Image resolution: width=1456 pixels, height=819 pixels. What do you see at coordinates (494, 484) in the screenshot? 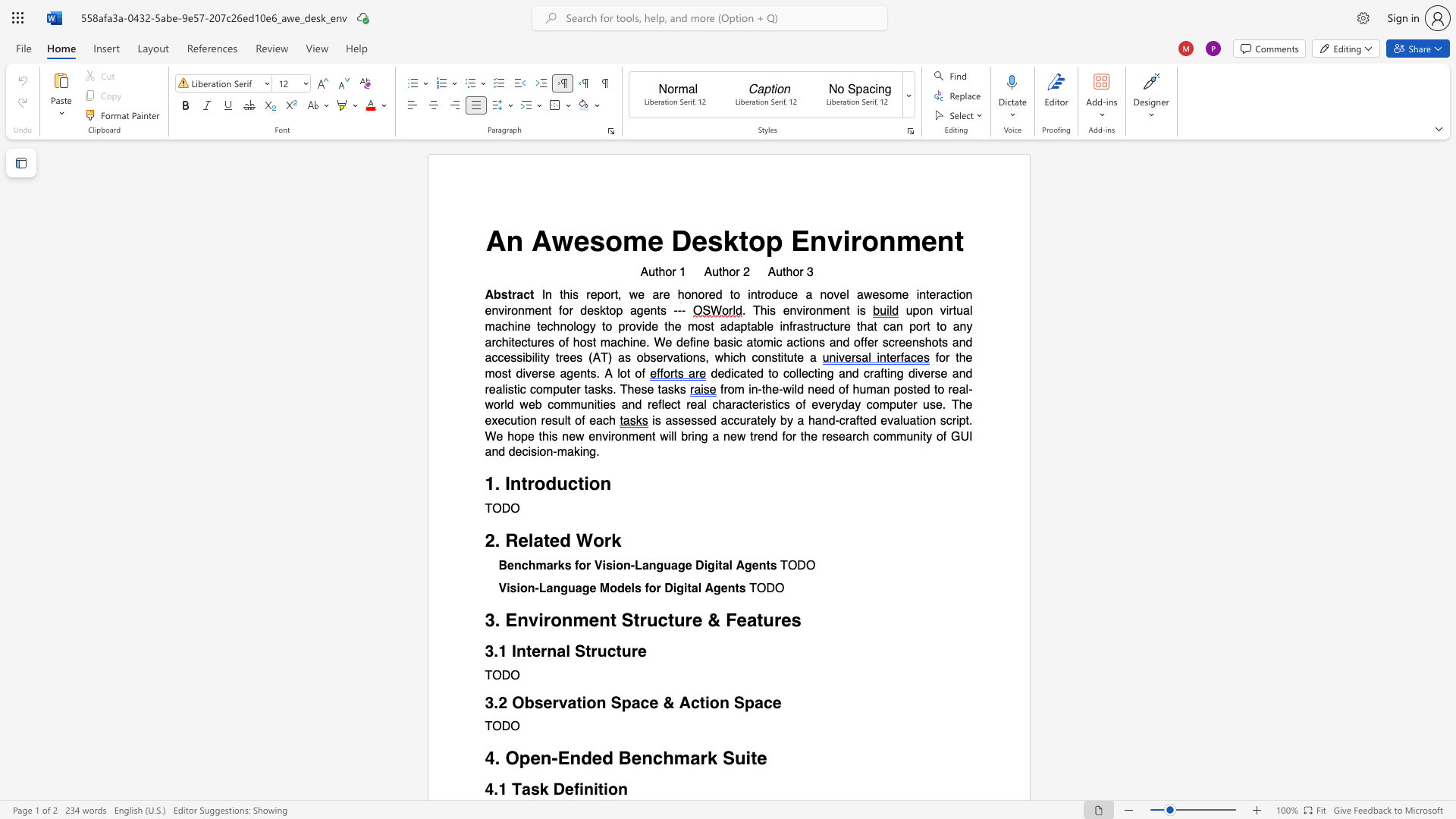
I see `the space between the continuous character "1" and "." in the text` at bounding box center [494, 484].